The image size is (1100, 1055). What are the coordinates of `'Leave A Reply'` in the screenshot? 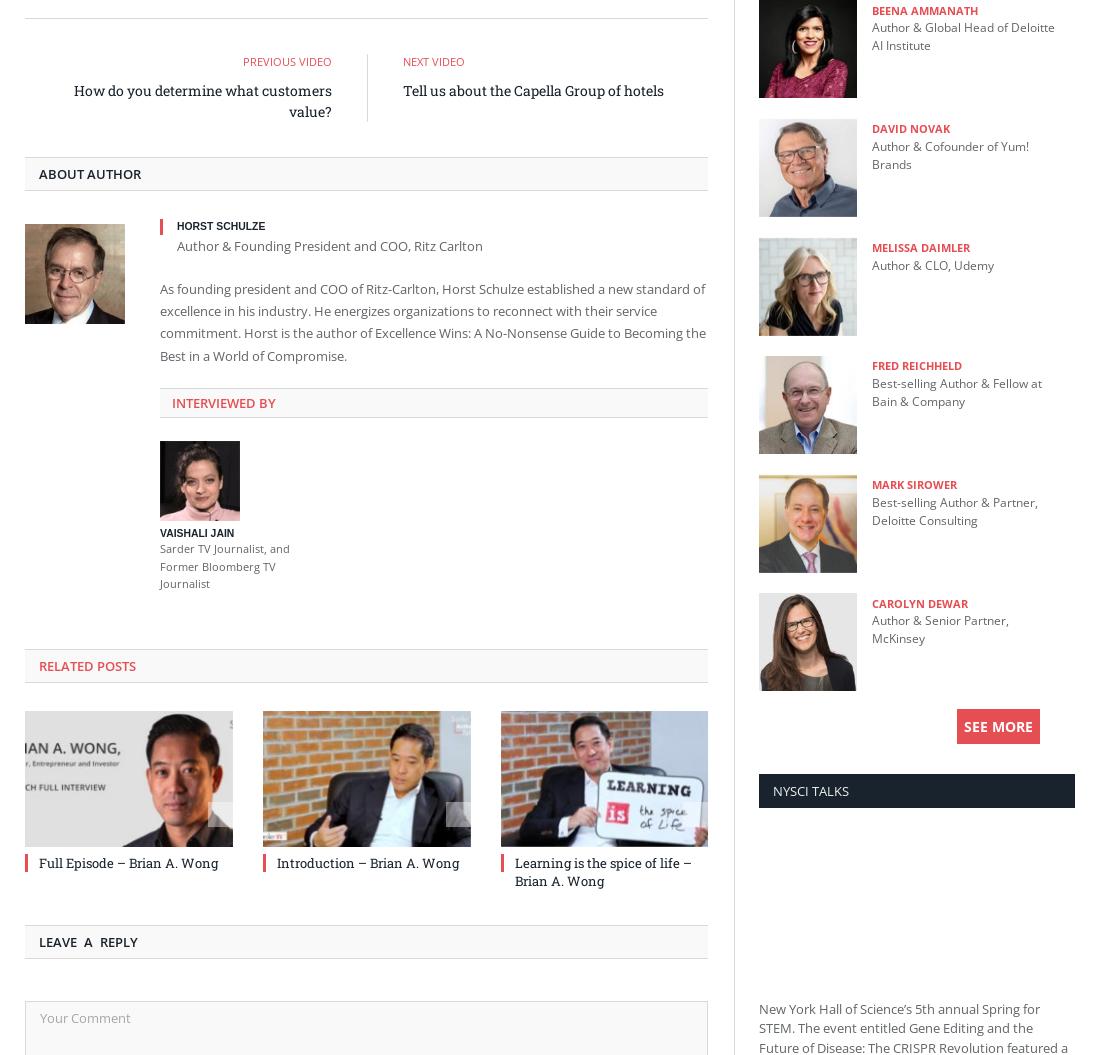 It's located at (88, 940).